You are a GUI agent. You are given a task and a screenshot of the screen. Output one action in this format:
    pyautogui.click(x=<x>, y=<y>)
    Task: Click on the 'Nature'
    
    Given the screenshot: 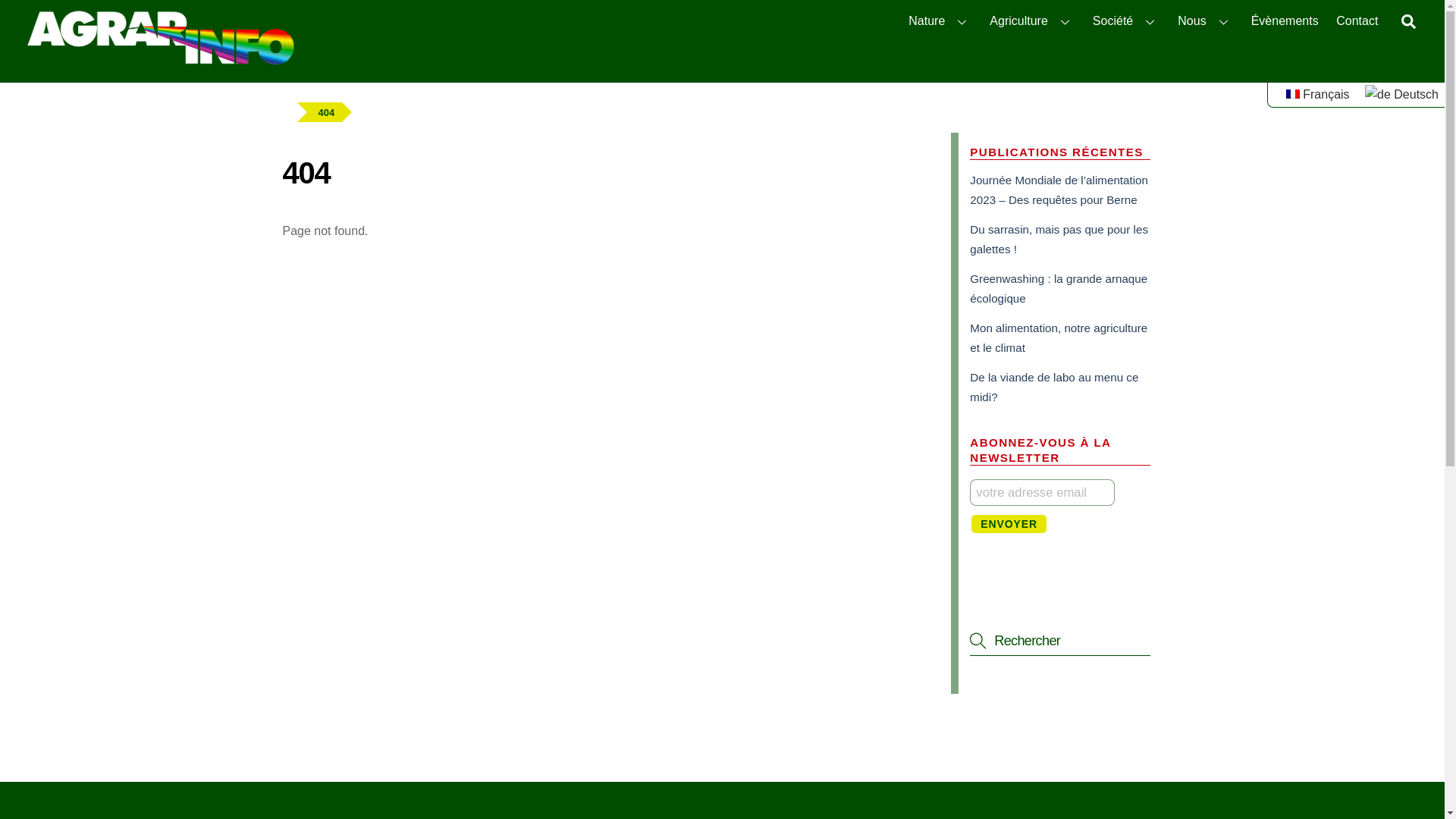 What is the action you would take?
    pyautogui.click(x=940, y=20)
    